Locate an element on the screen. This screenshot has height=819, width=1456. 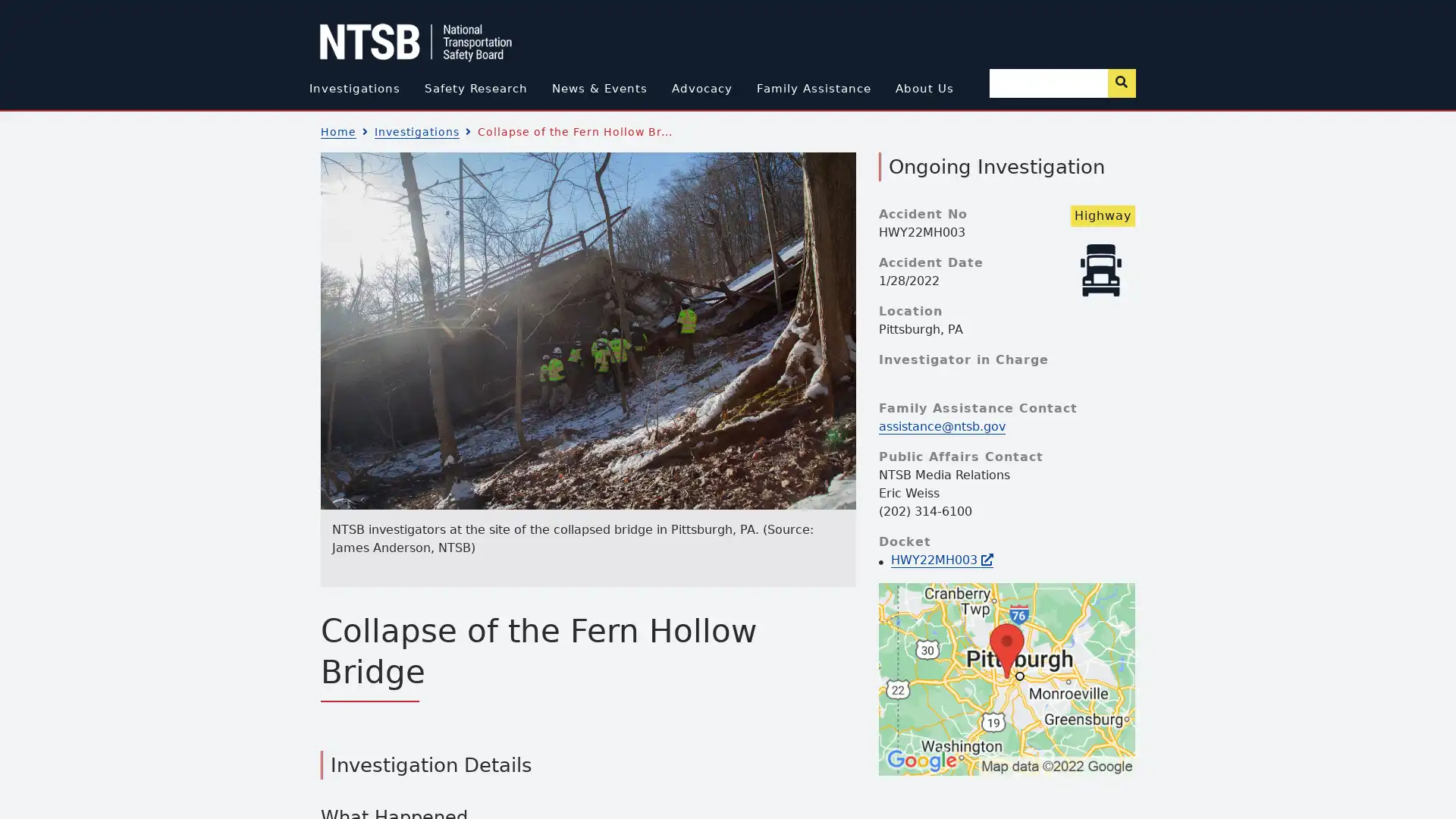
Safety Research is located at coordinates (475, 89).